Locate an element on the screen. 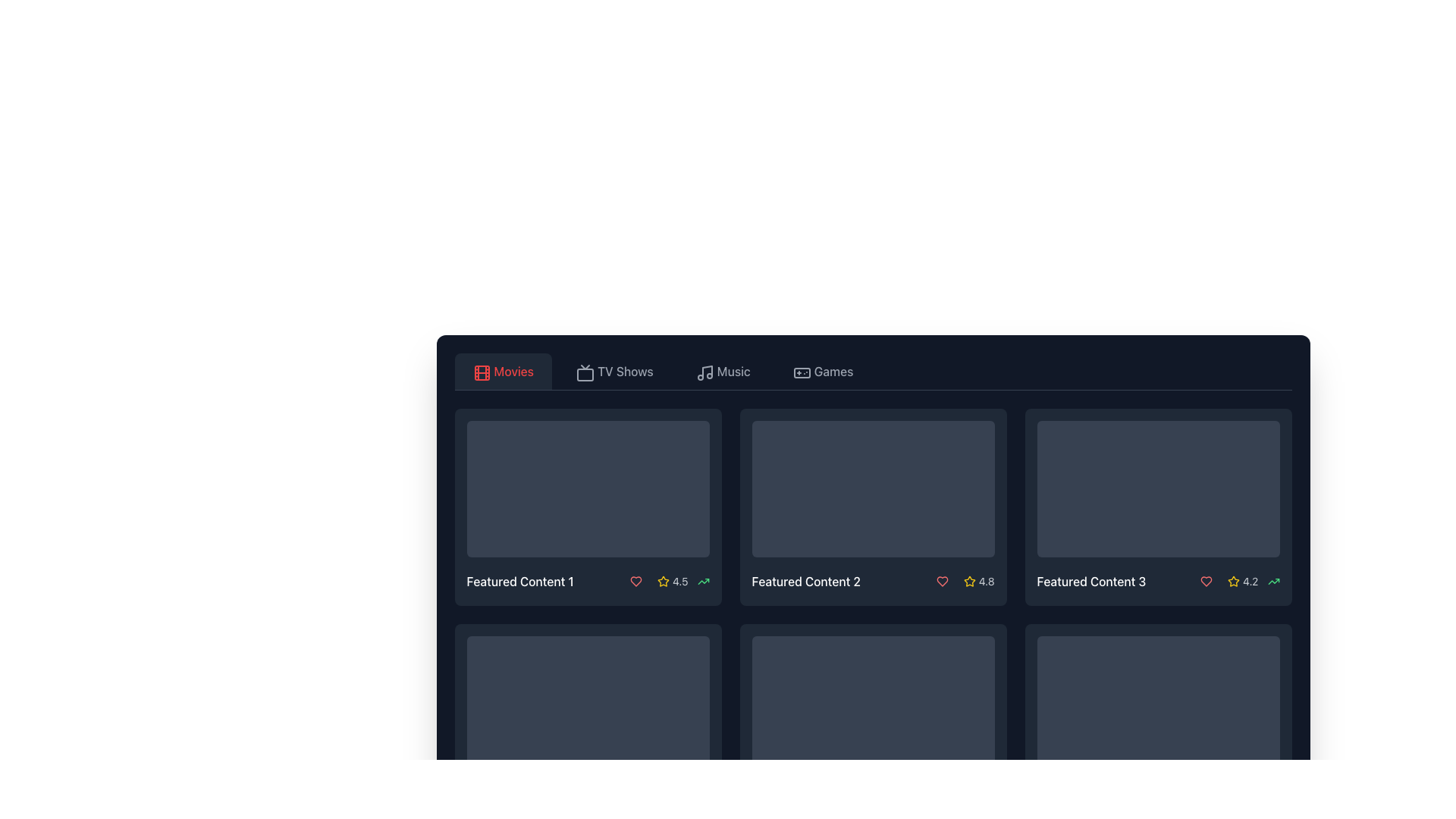 Image resolution: width=1456 pixels, height=819 pixels. the 'Like' or 'Favorite' icon button located to the left of the '4.2' rating text and to the right of the 'Featured Content 3' title is located at coordinates (1205, 581).